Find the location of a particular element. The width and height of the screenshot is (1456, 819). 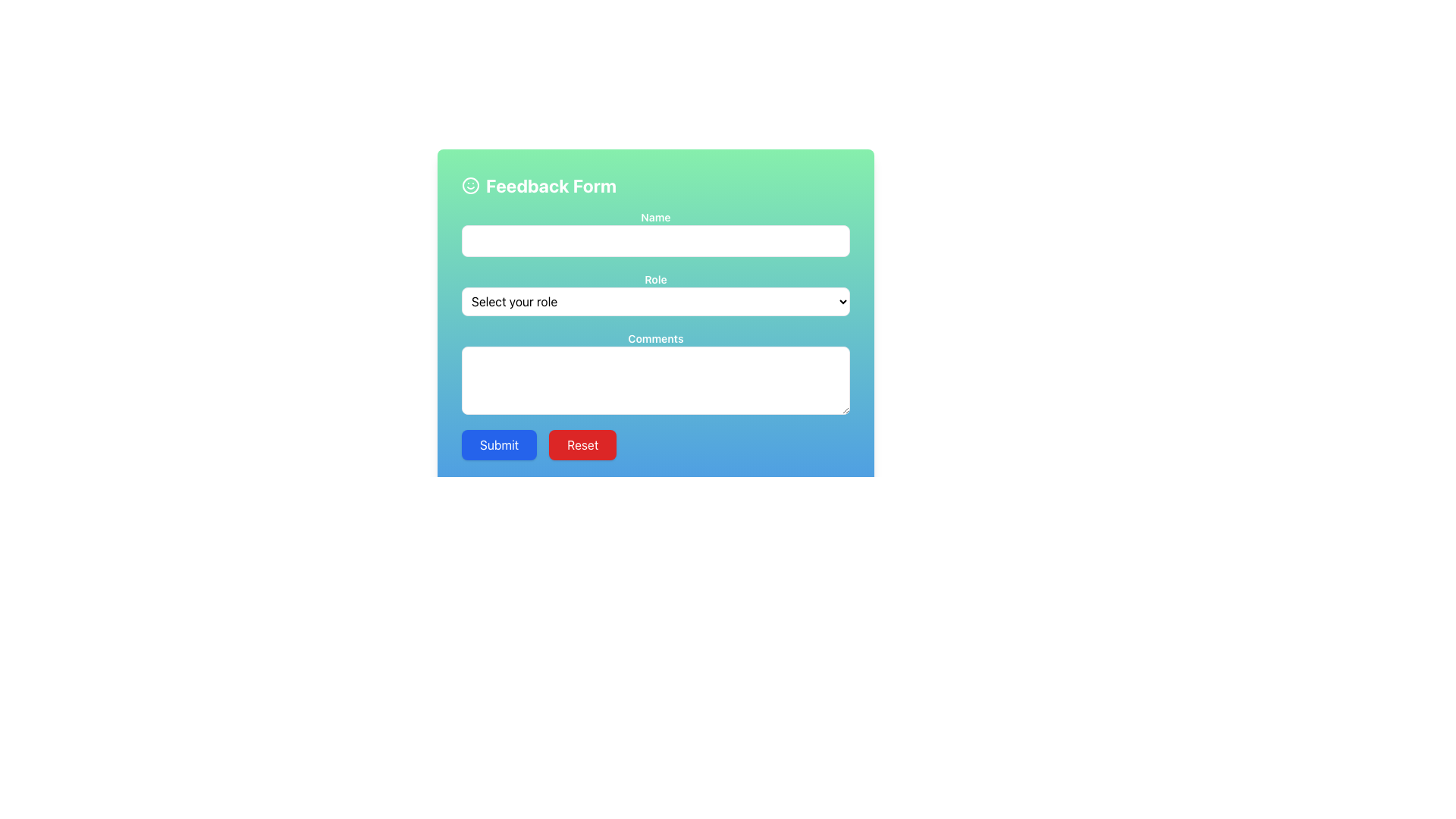

the centrally aligned Text Label that serves as a guide for the text input field below it is located at coordinates (655, 217).